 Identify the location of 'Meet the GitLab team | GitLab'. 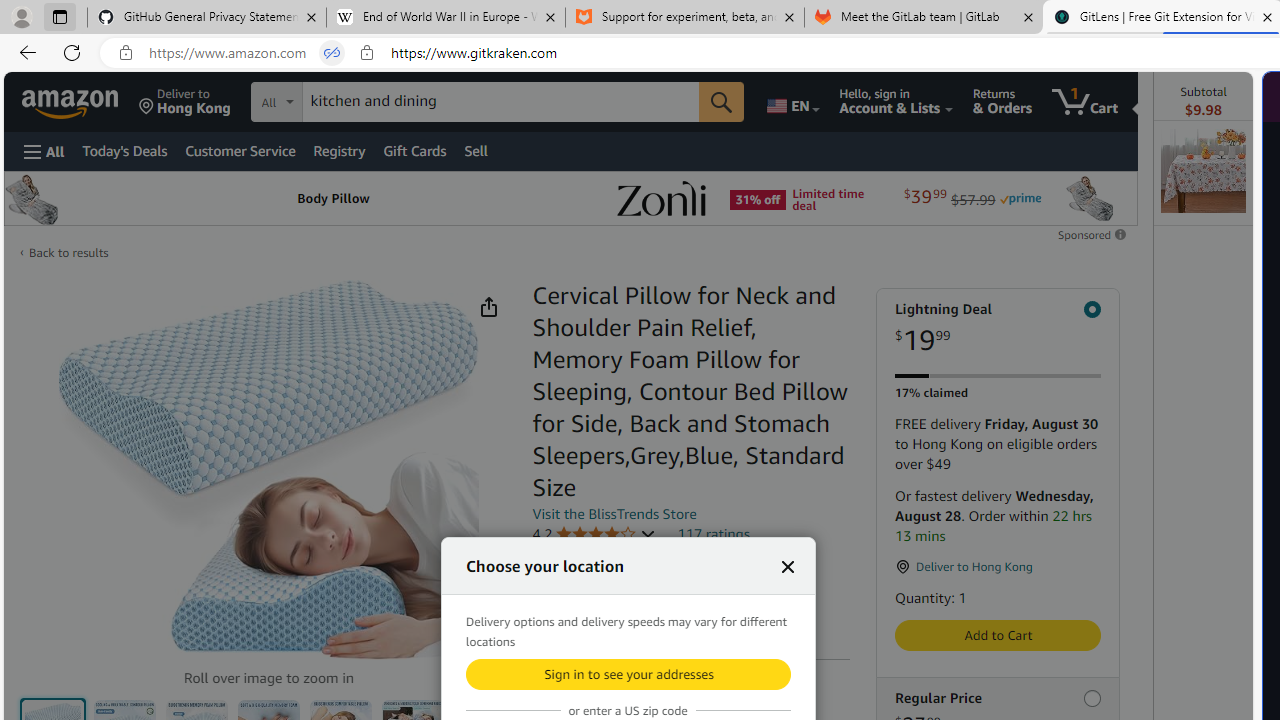
(923, 17).